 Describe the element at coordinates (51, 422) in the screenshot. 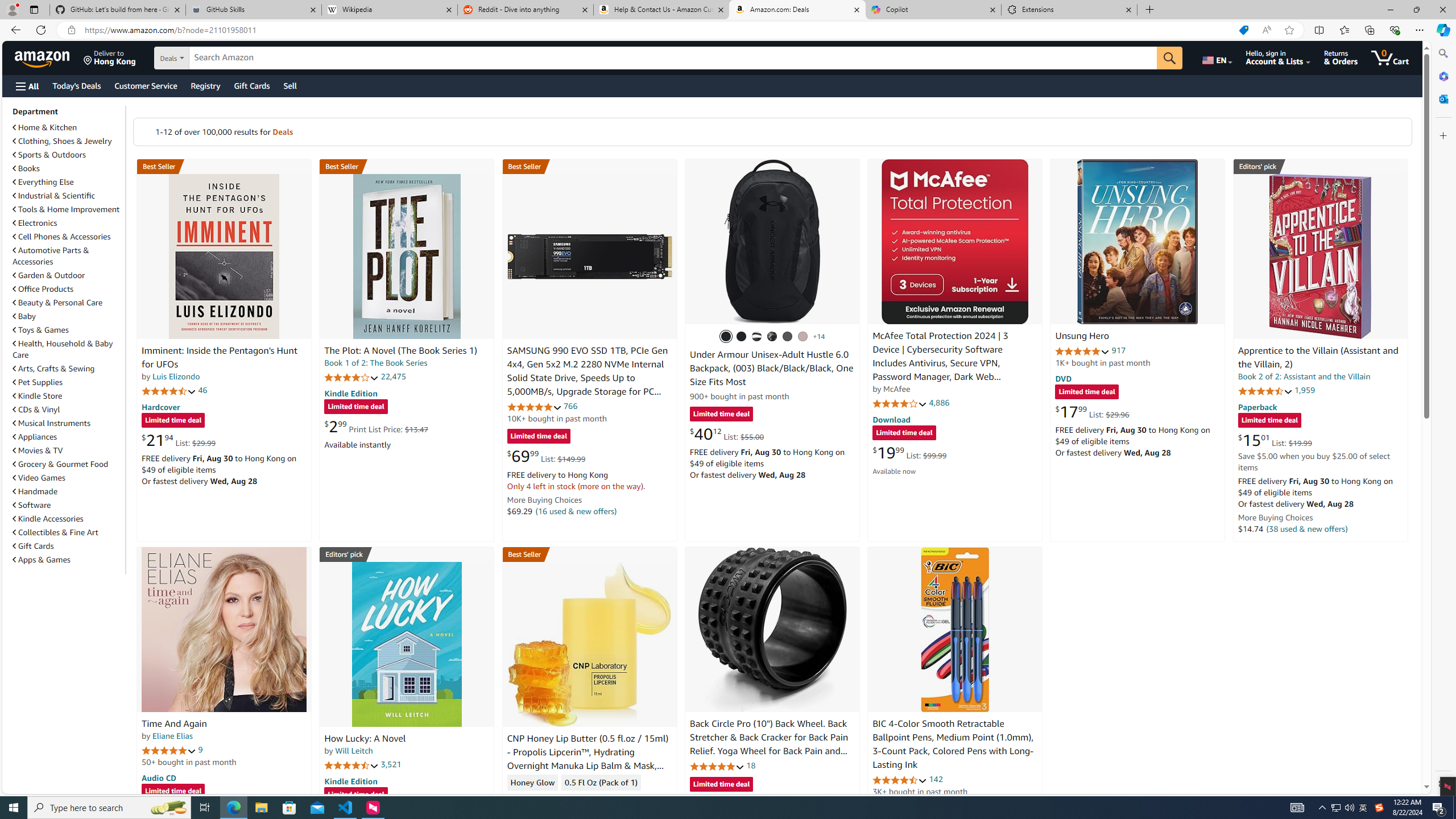

I see `'Musical Instruments'` at that location.